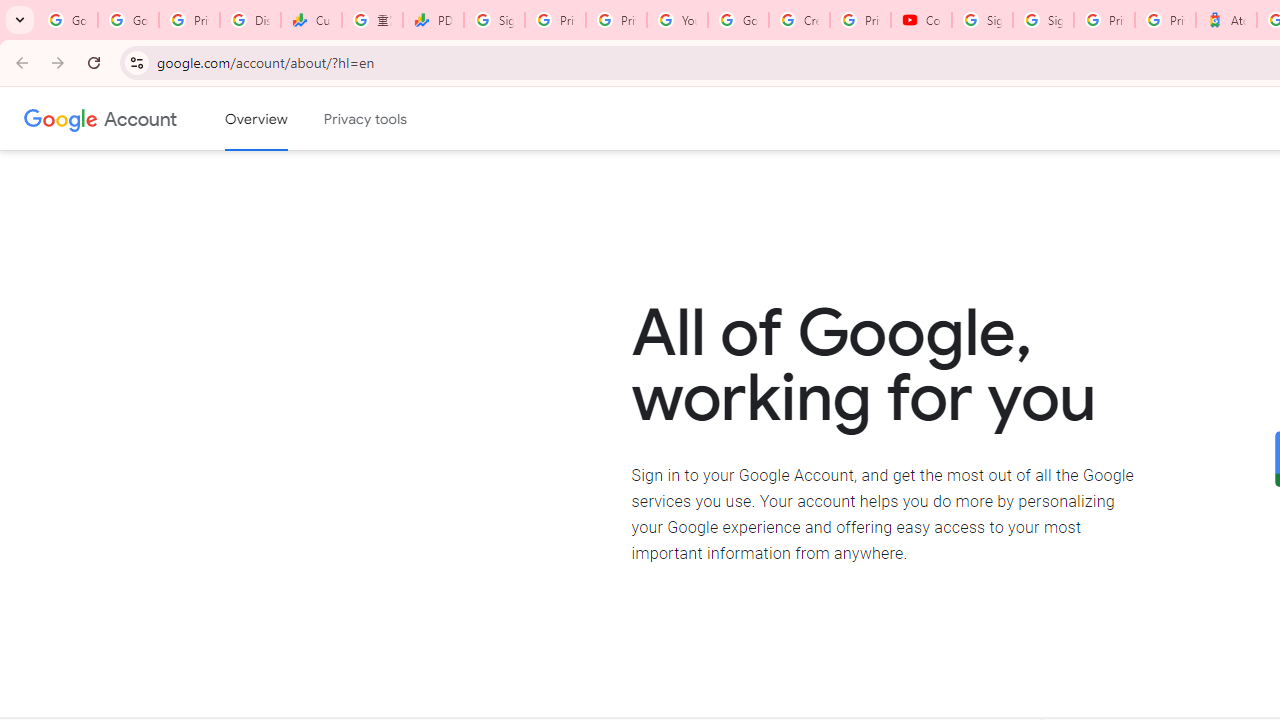 The height and width of the screenshot is (720, 1280). What do you see at coordinates (139, 118) in the screenshot?
I see `'Google Account'` at bounding box center [139, 118].